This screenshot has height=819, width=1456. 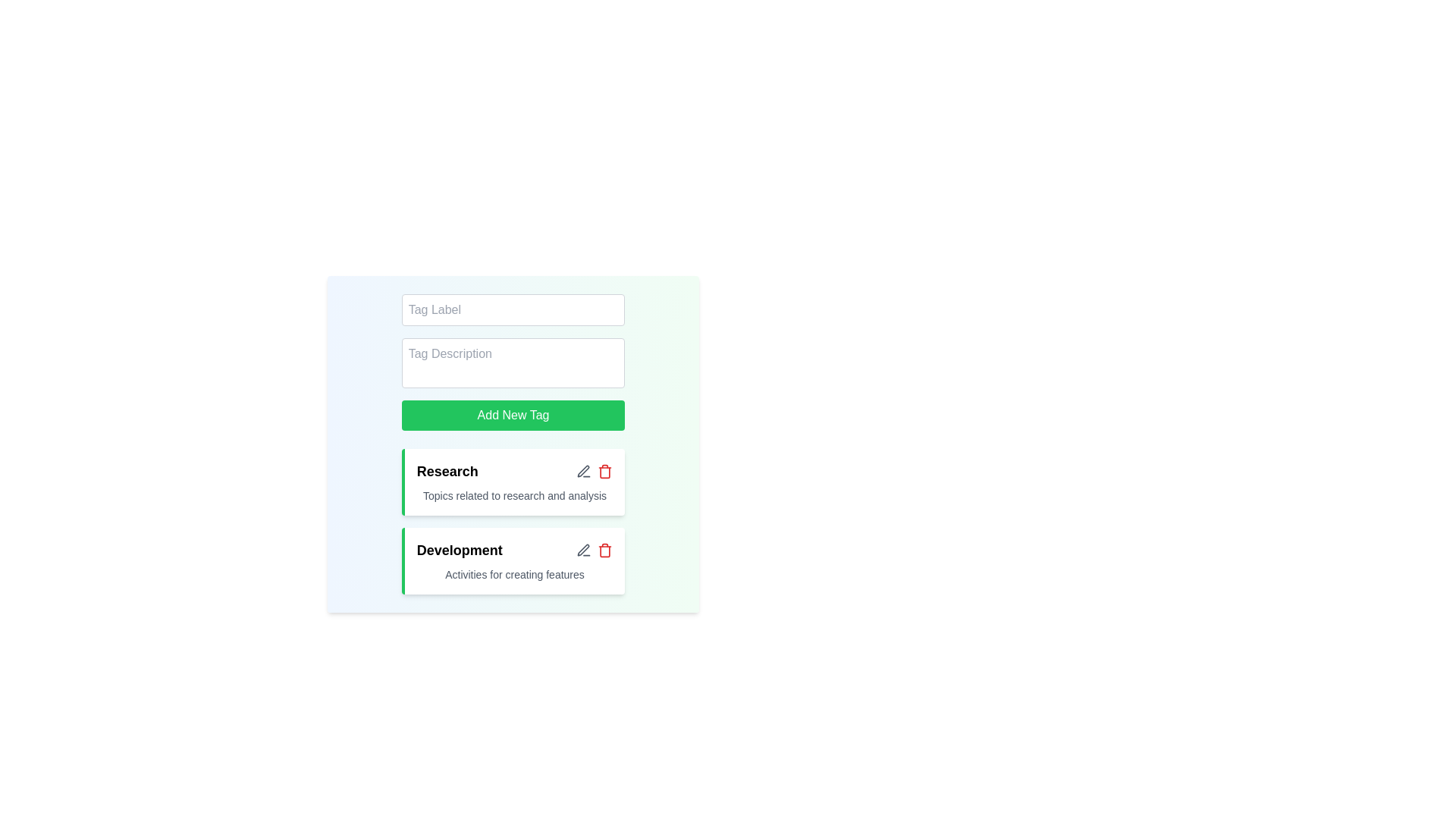 What do you see at coordinates (604, 550) in the screenshot?
I see `the 'Remove' button associated with the 'Development' entry to initiate the removal action` at bounding box center [604, 550].